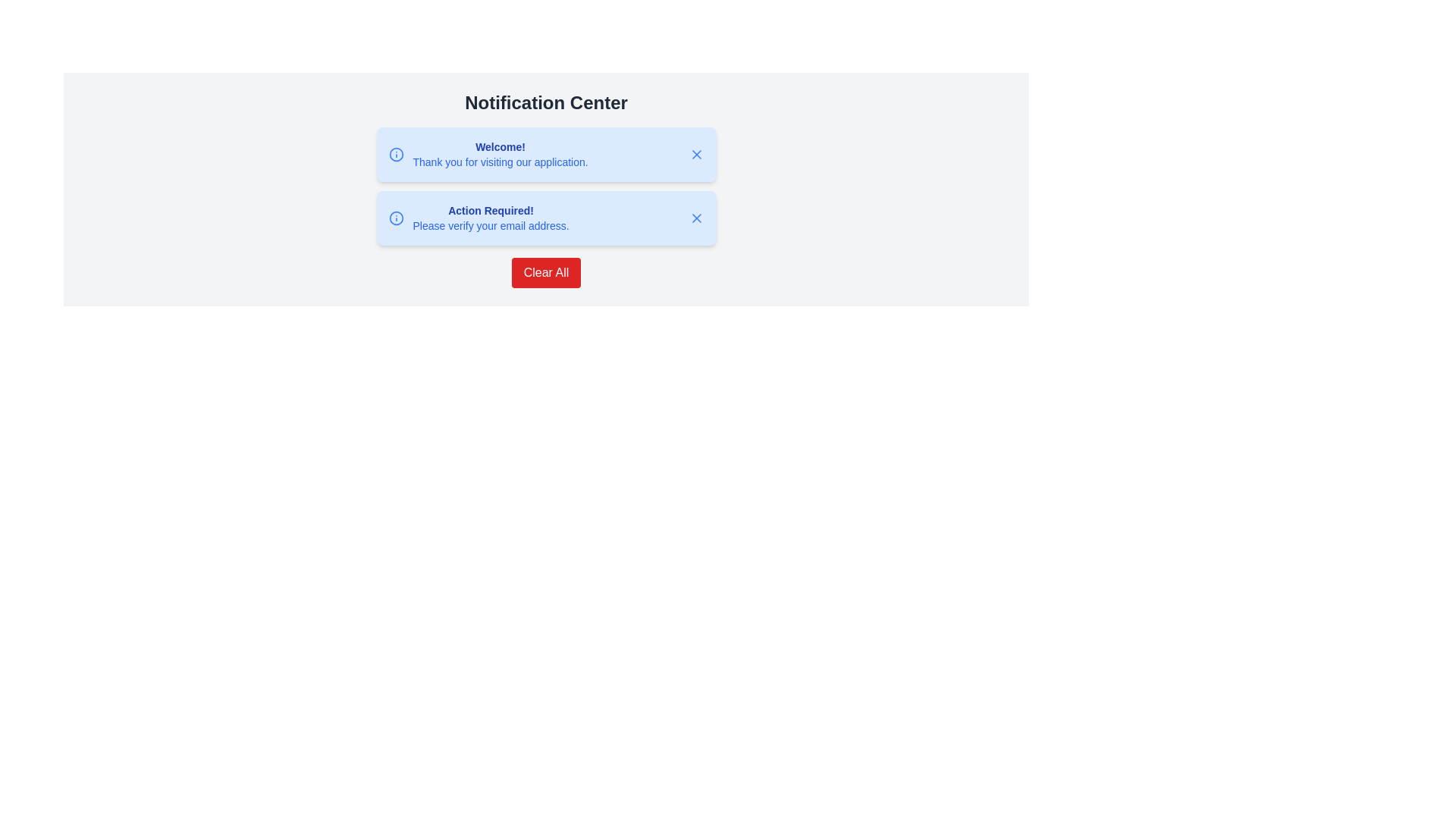 The width and height of the screenshot is (1456, 819). Describe the element at coordinates (500, 162) in the screenshot. I see `the informational text label inside the notification box below 'Welcome!', which acknowledges the user for accessing the application` at that location.